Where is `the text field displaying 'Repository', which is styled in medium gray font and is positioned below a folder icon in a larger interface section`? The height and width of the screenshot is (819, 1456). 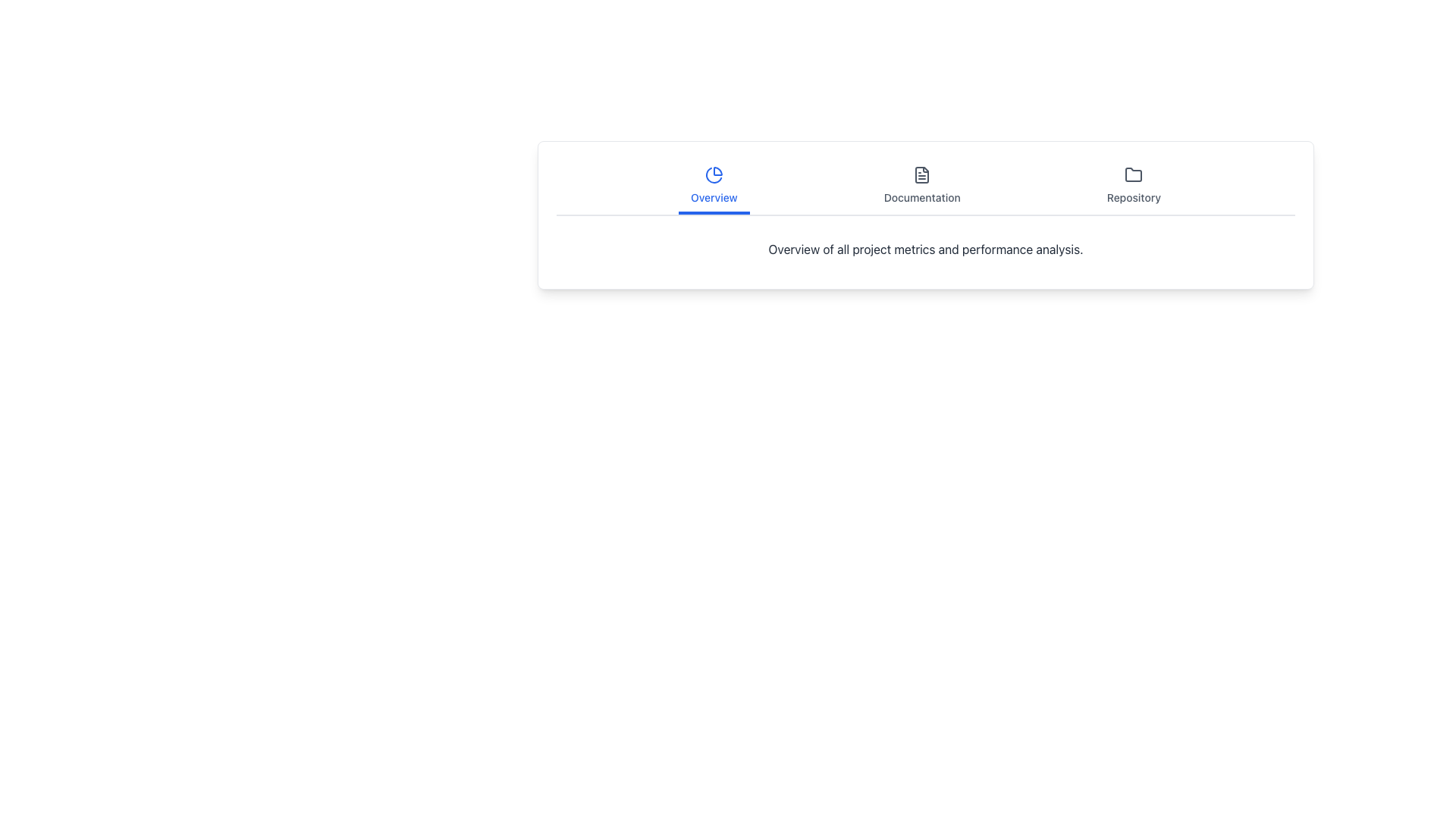 the text field displaying 'Repository', which is styled in medium gray font and is positioned below a folder icon in a larger interface section is located at coordinates (1134, 197).